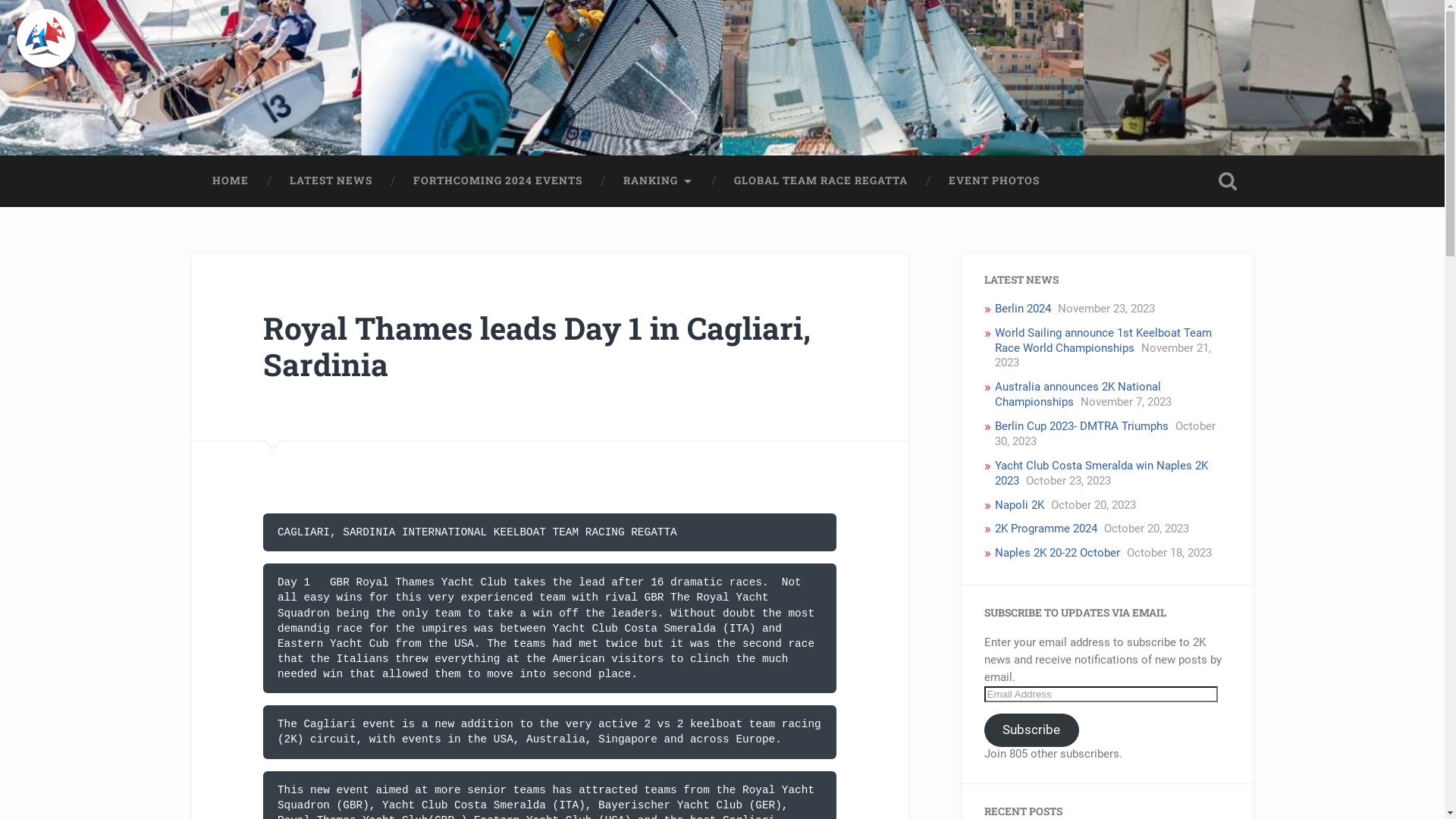 Image resolution: width=1456 pixels, height=819 pixels. I want to click on 'EVENT PHOTOS', so click(993, 180).